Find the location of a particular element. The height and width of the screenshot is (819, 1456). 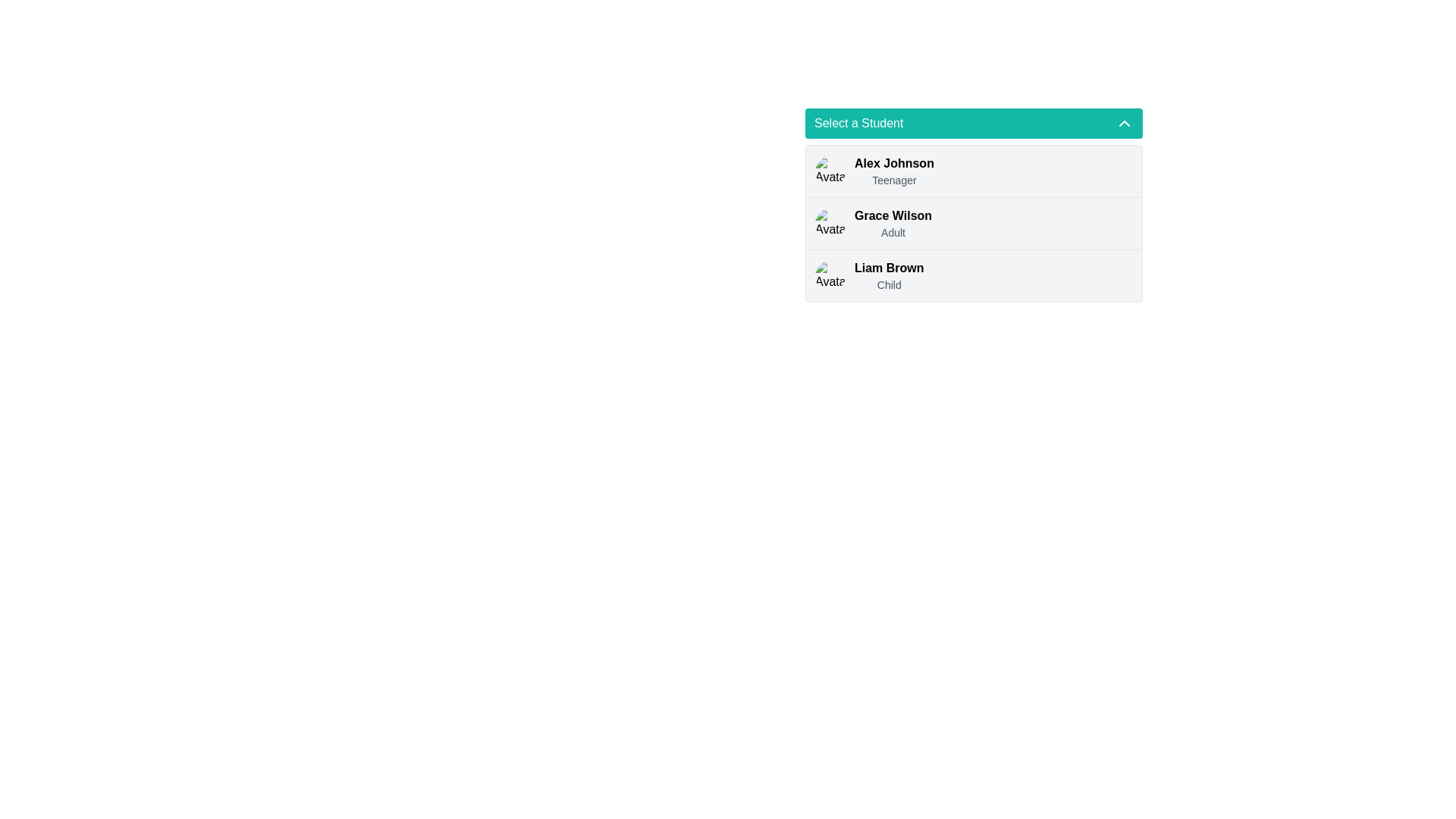

the text display element that shows 'Alex Johnson' and 'Teenager' is located at coordinates (894, 171).